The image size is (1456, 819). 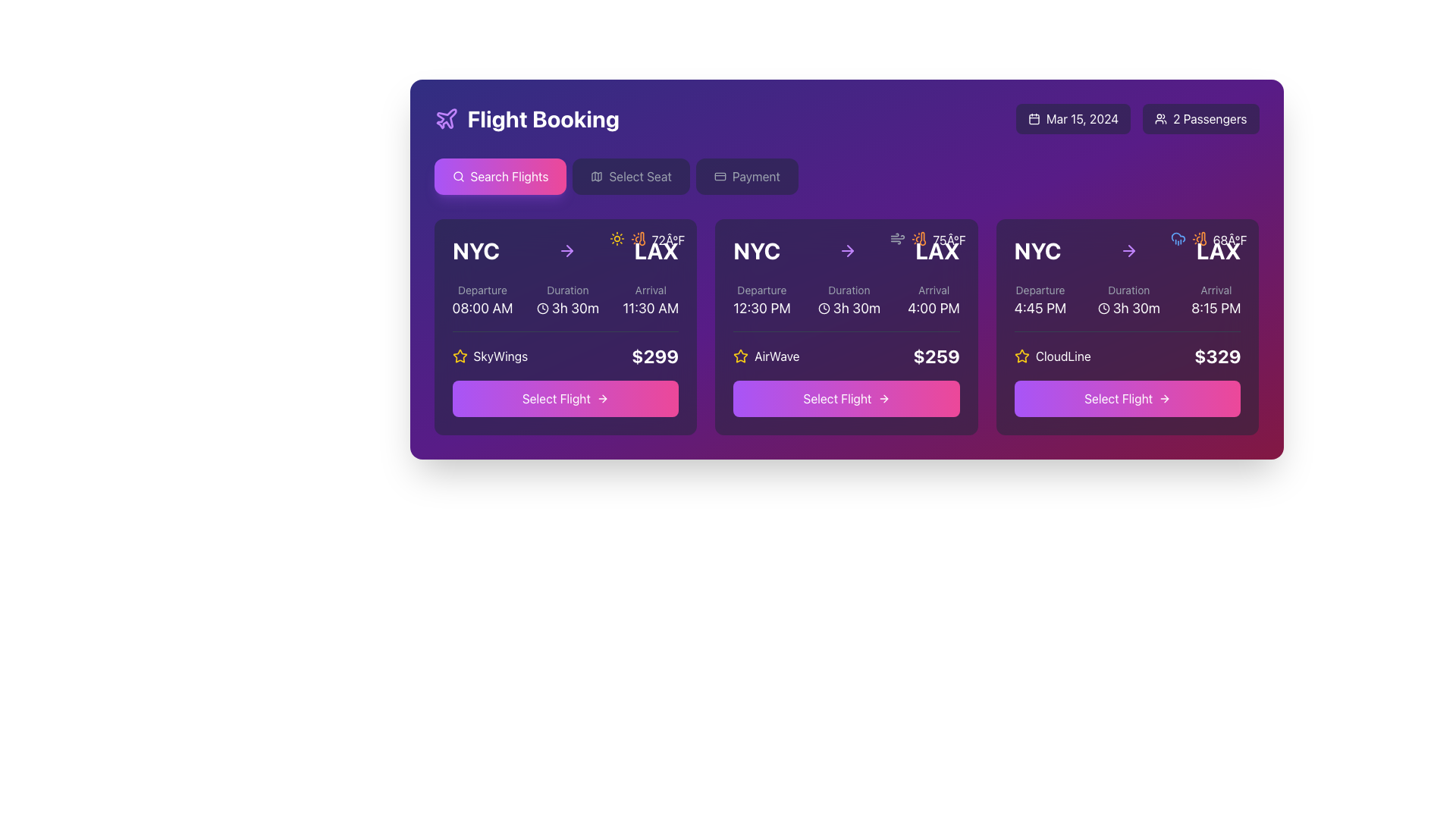 What do you see at coordinates (1198, 239) in the screenshot?
I see `the weather conditions icon that represents temperature and sunny conditions, located to the right of the departure and arrival times, above the temperature text in the flight card` at bounding box center [1198, 239].